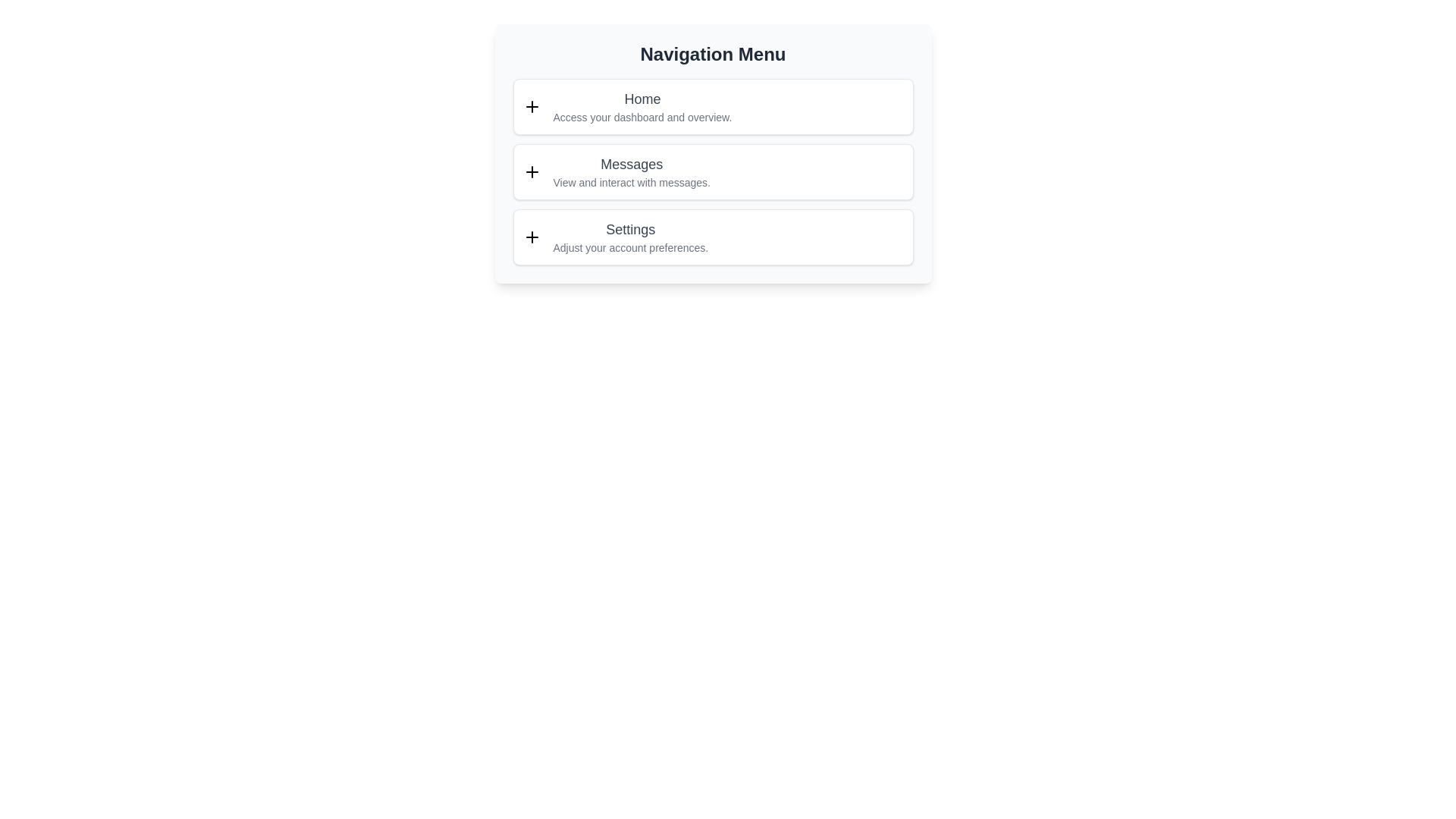 The height and width of the screenshot is (819, 1456). I want to click on the Text Label that serves as a title for the associated menu option located in the middle of the navigation menu, specifically the third option above the description text 'Adjust your account preferences.', so click(630, 230).